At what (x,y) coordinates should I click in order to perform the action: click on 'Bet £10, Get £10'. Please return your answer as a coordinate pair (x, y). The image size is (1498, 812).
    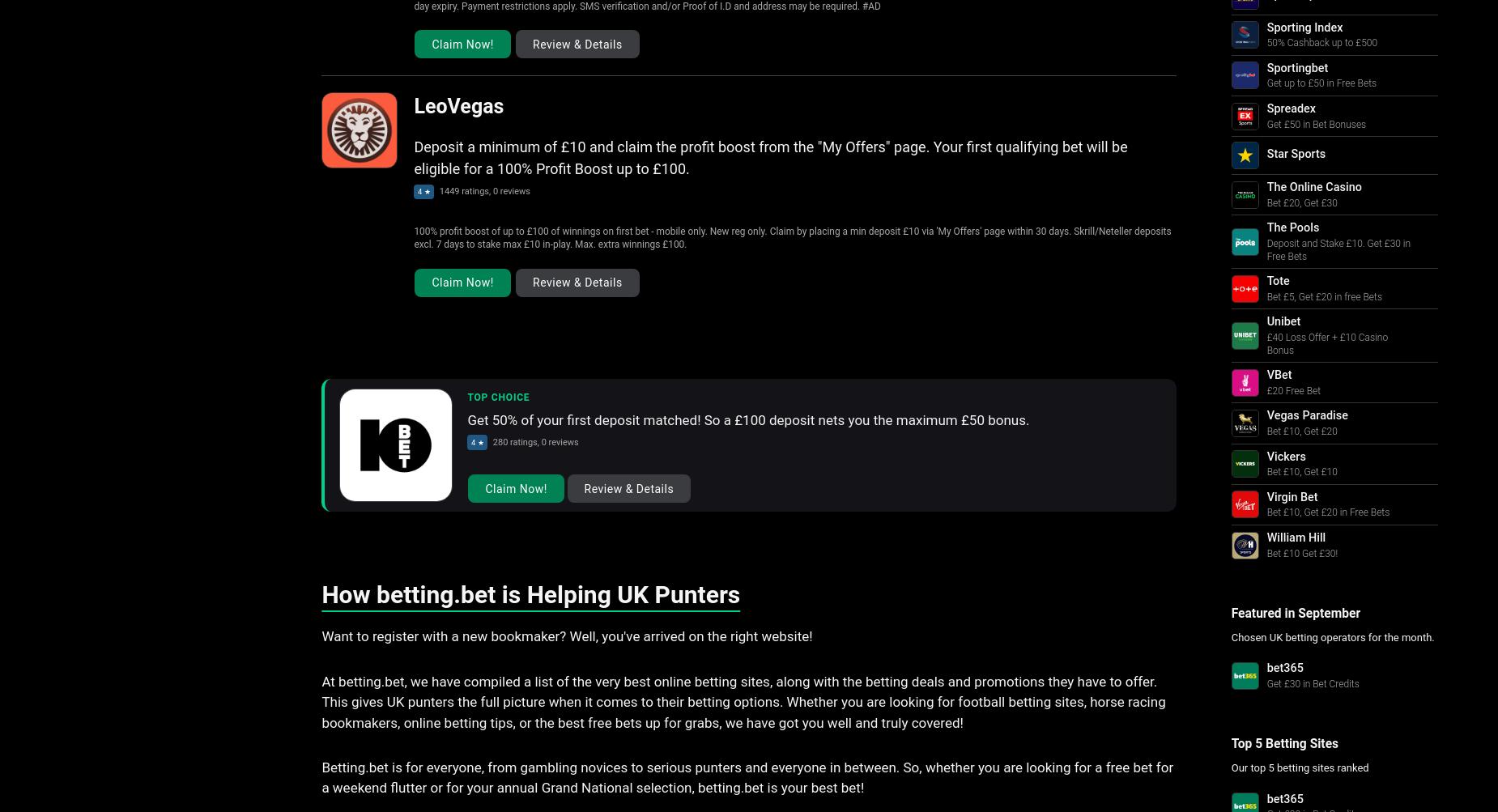
    Looking at the image, I should click on (1301, 471).